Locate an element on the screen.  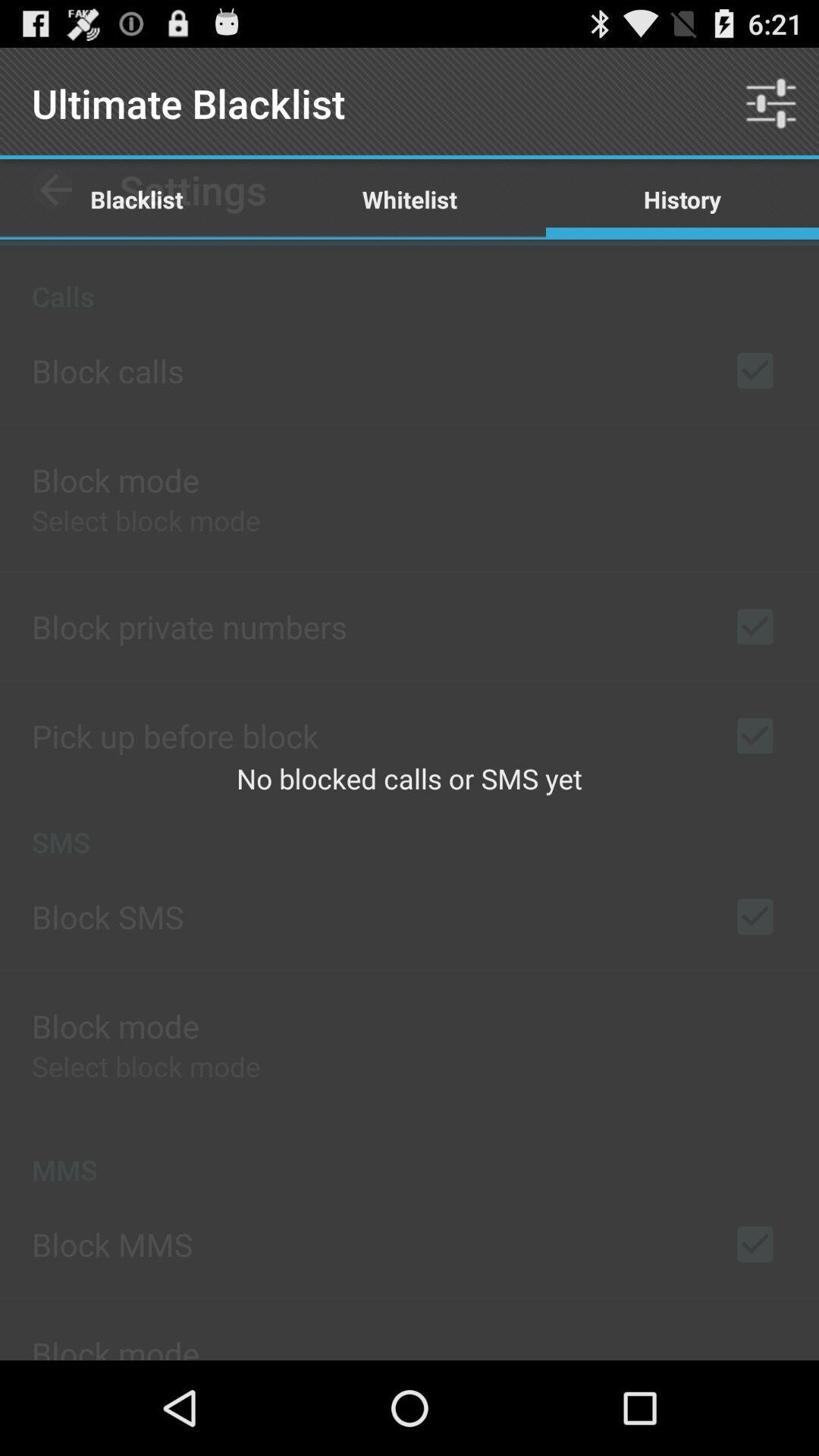
the whitelist is located at coordinates (409, 198).